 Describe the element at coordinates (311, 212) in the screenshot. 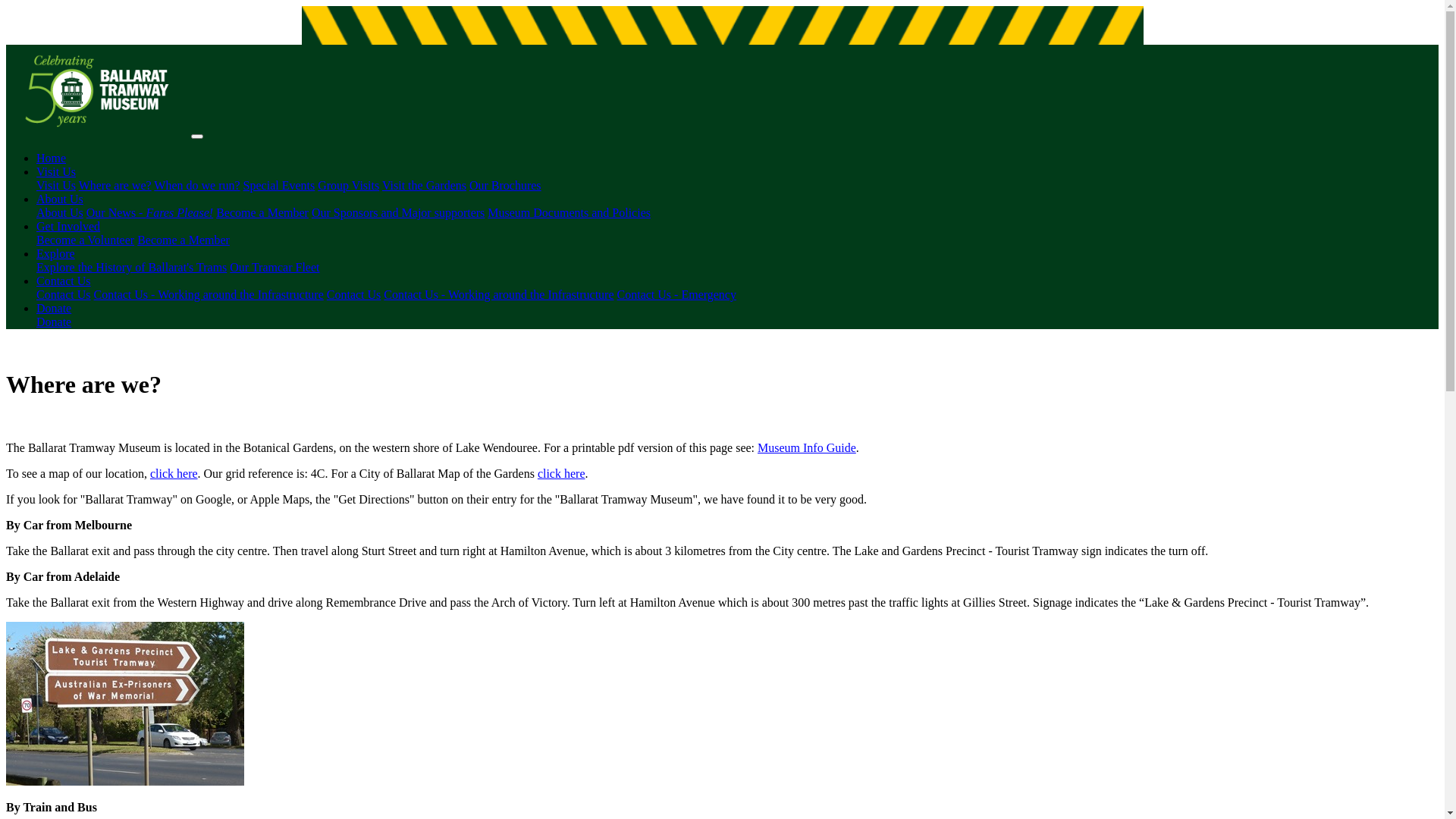

I see `'Our Sponsors and Major supporters'` at that location.